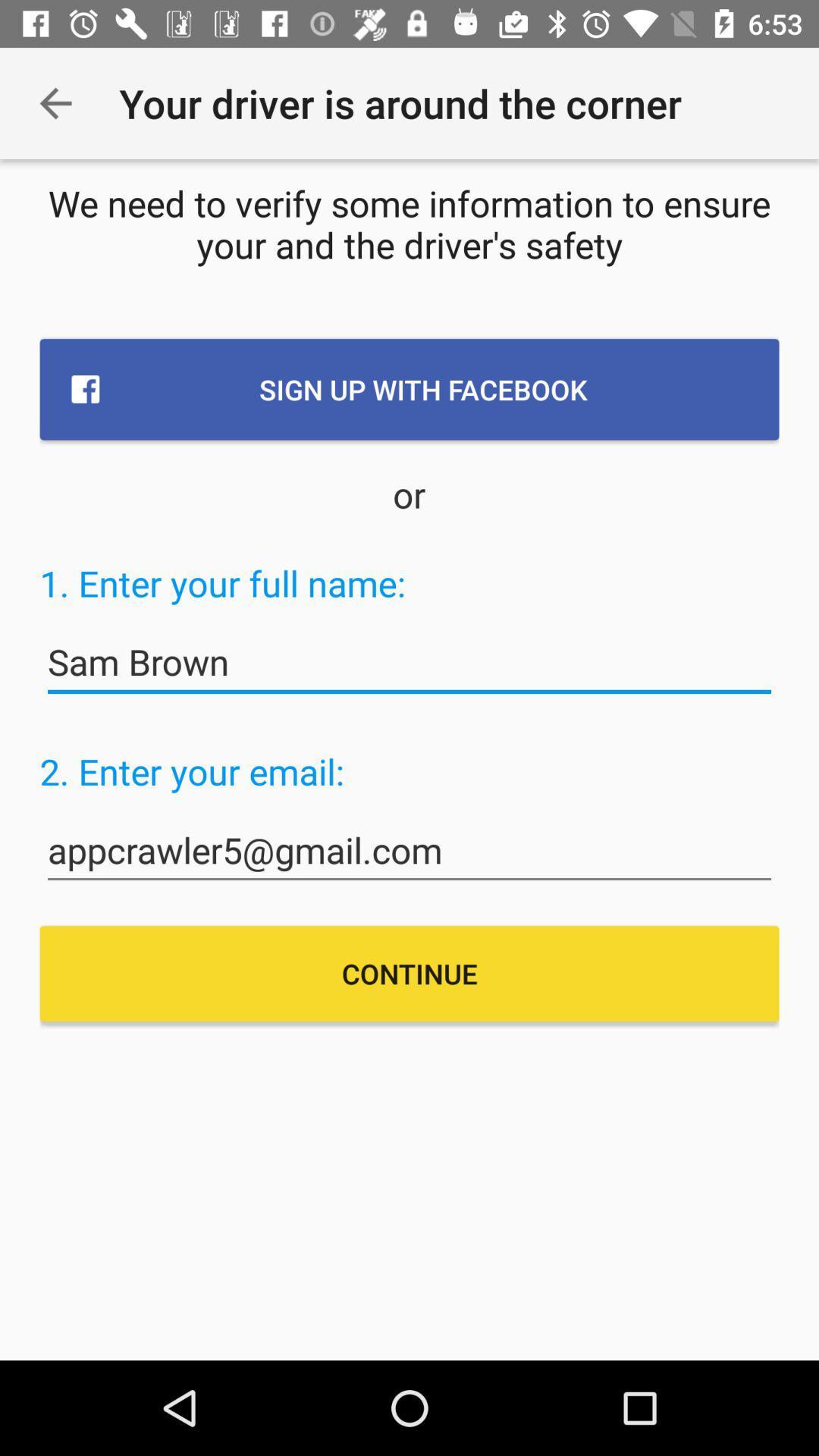 Image resolution: width=819 pixels, height=1456 pixels. I want to click on the item below the 1 enter your item, so click(409, 662).